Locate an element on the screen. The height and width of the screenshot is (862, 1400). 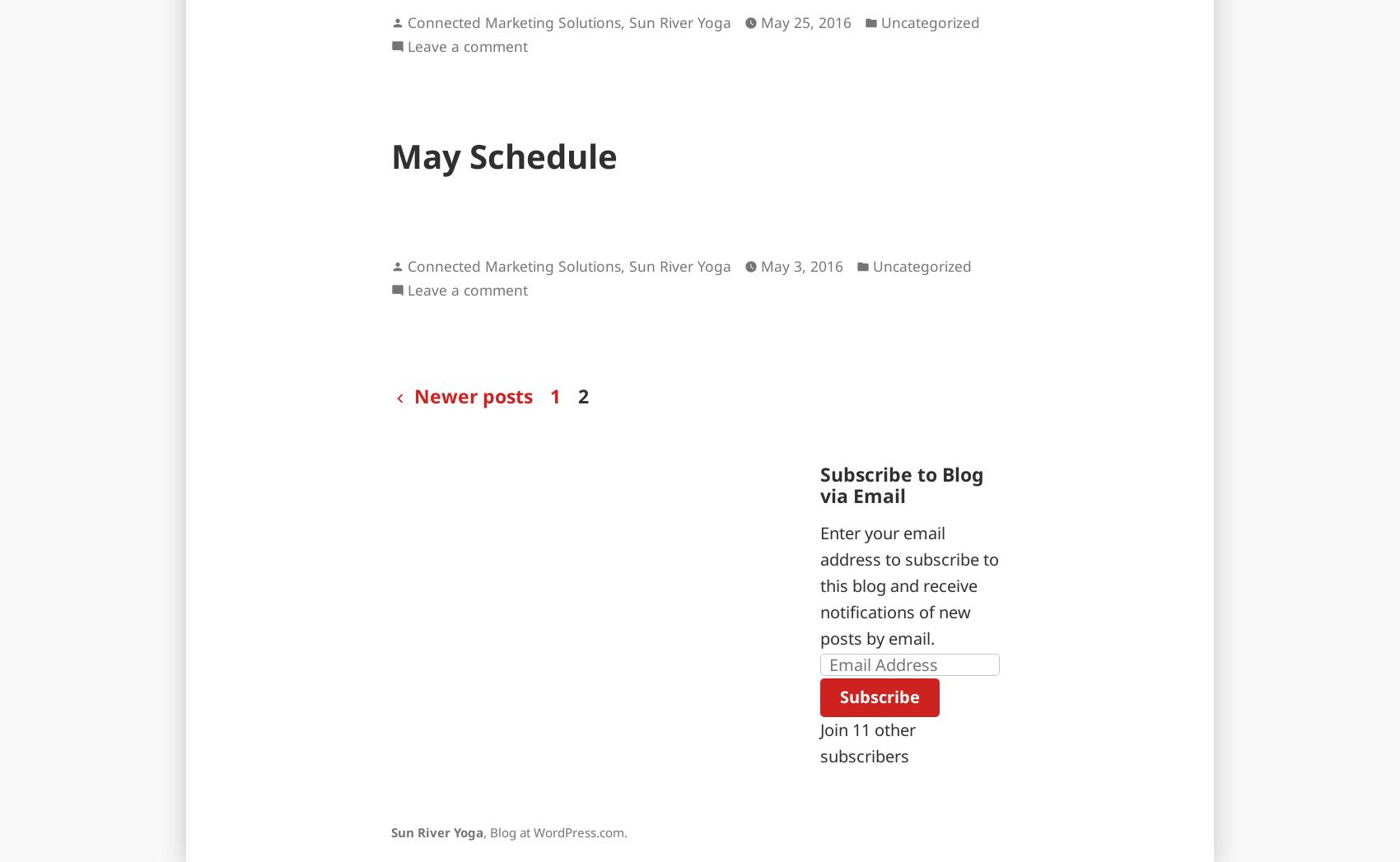
'Sun River Yoga' is located at coordinates (437, 832).